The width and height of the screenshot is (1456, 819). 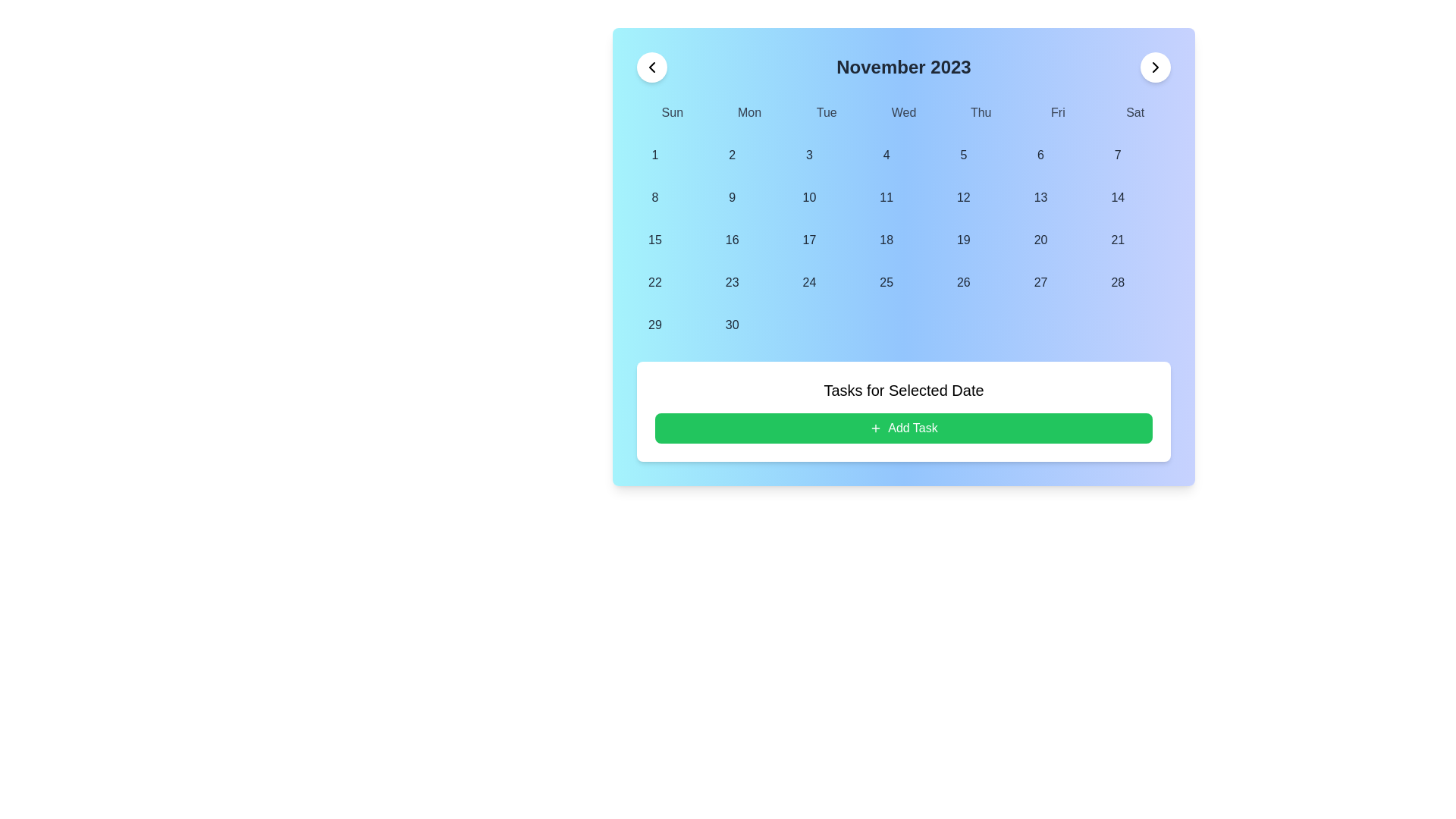 What do you see at coordinates (1057, 112) in the screenshot?
I see `the 'Friday' label in the calendar interface` at bounding box center [1057, 112].